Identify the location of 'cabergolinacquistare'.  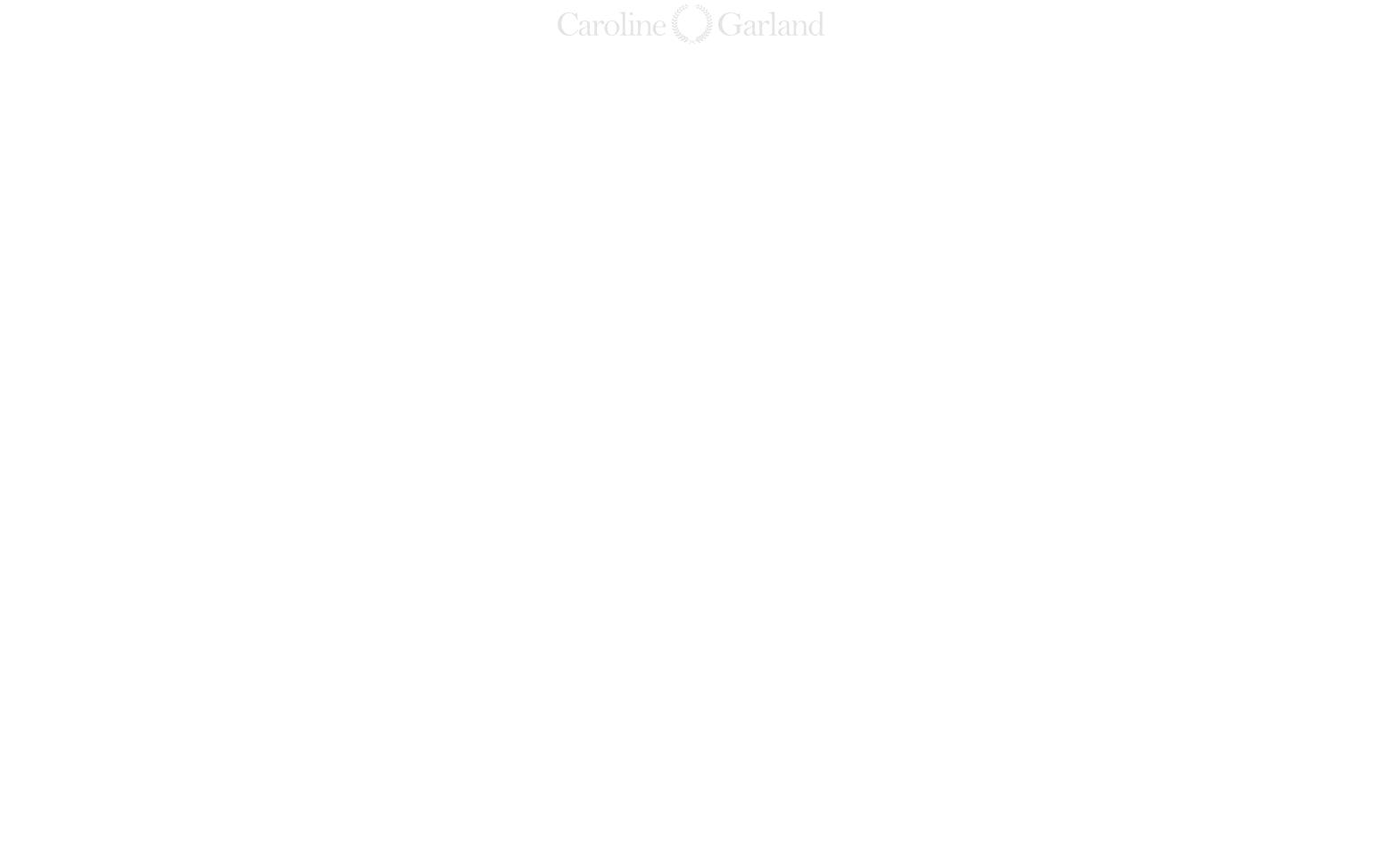
(1107, 396).